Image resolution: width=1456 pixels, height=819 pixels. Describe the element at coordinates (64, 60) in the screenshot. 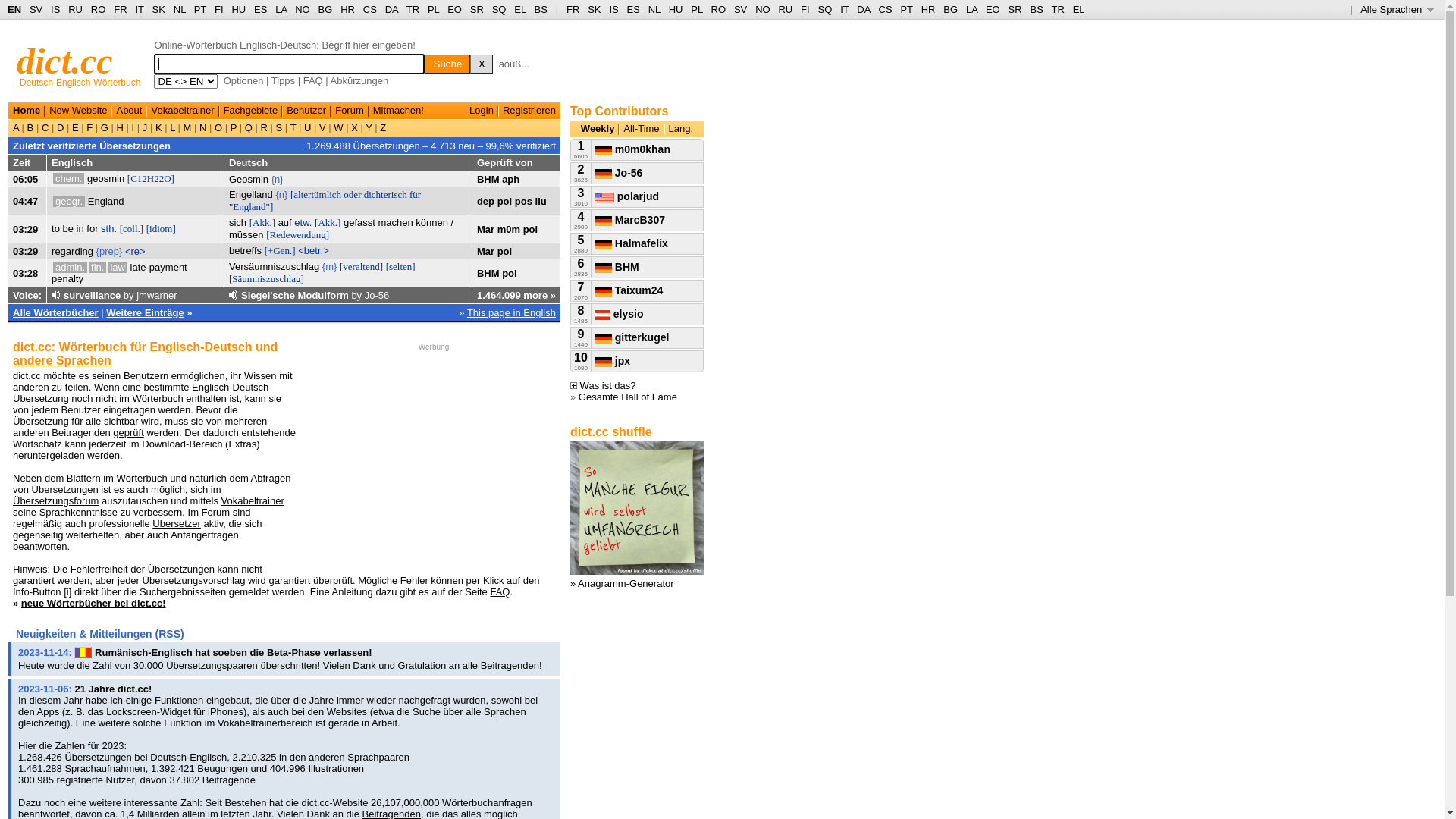

I see `'dict.cc'` at that location.